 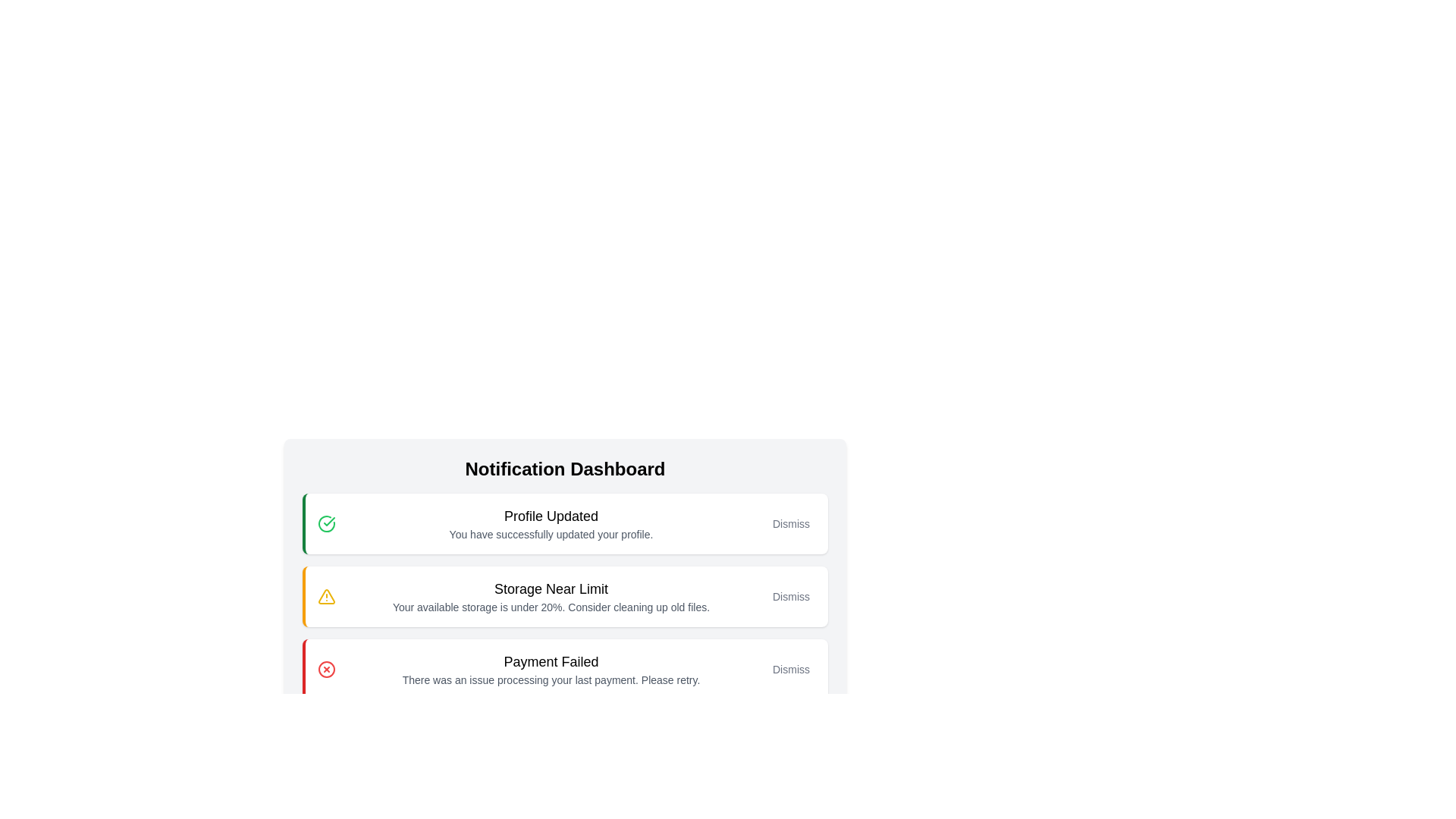 I want to click on warning message from the Notification Card that indicates the user's storage is nearing capacity, located as the second card in the notification list, so click(x=550, y=595).